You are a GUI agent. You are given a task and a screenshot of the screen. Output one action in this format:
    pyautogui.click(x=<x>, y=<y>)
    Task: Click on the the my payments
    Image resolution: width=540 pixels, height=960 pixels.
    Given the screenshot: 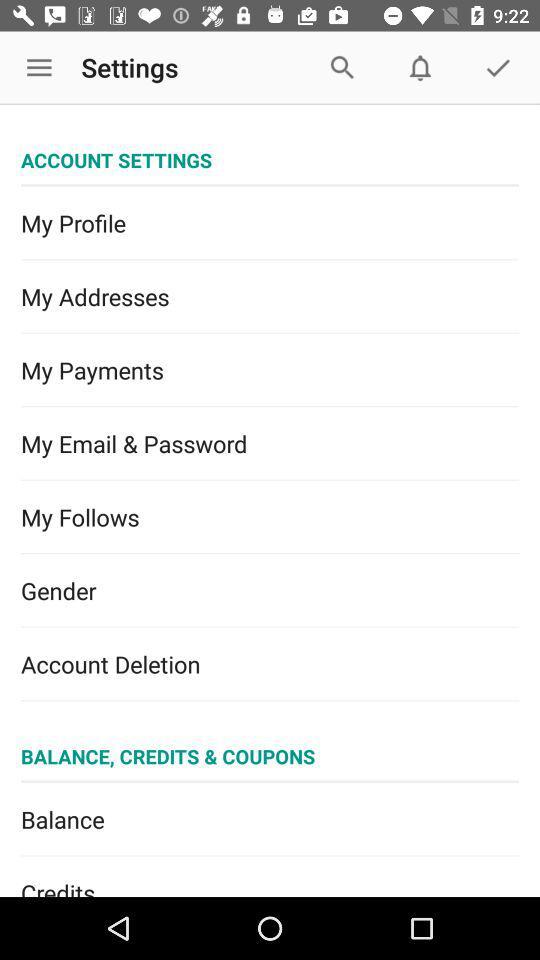 What is the action you would take?
    pyautogui.click(x=270, y=369)
    